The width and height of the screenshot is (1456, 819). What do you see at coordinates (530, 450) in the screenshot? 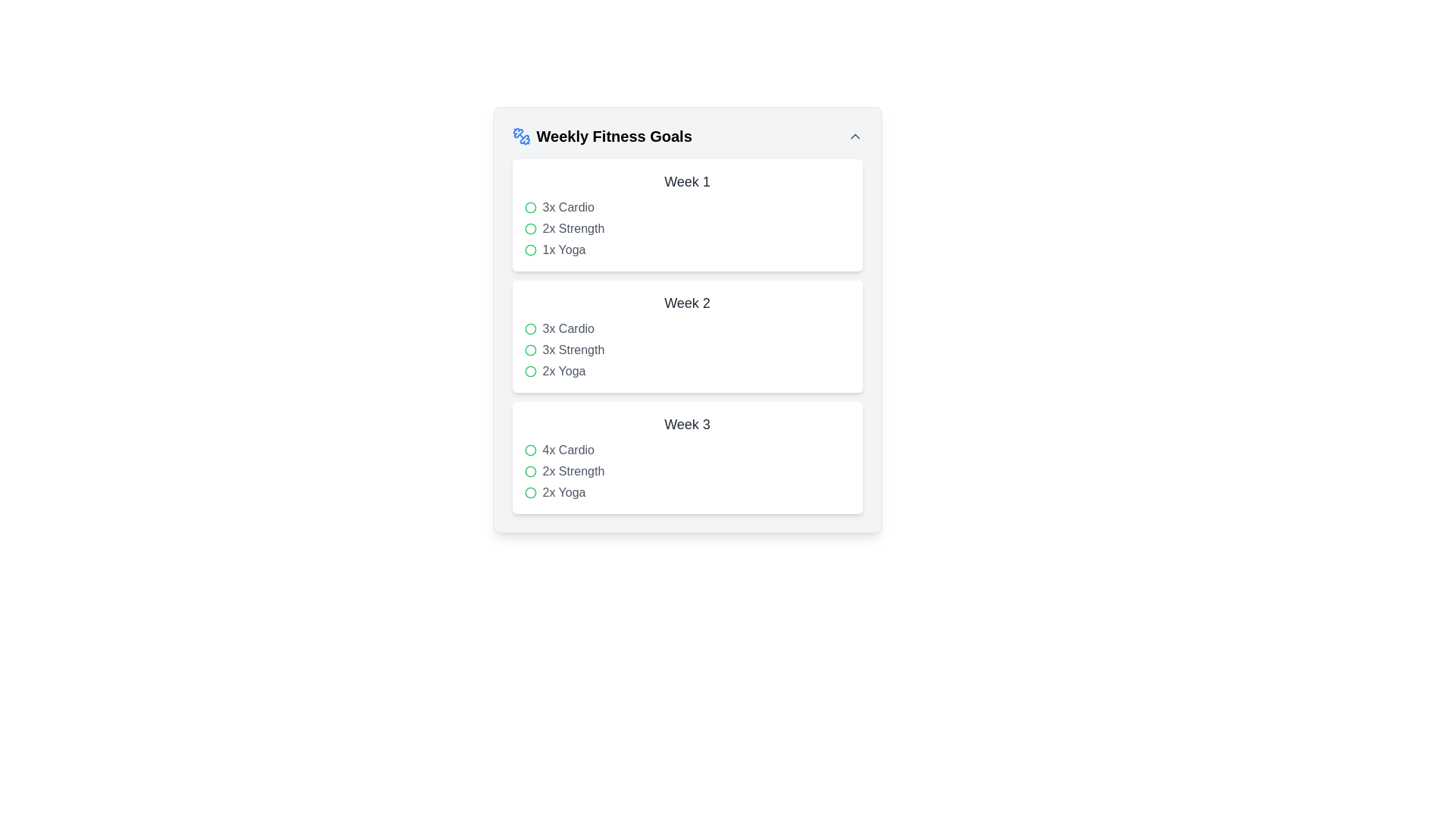
I see `the first status indicator icon under '4x Cardio' in the 'Week 3' section of the 'Weekly Fitness Goals' card` at bounding box center [530, 450].